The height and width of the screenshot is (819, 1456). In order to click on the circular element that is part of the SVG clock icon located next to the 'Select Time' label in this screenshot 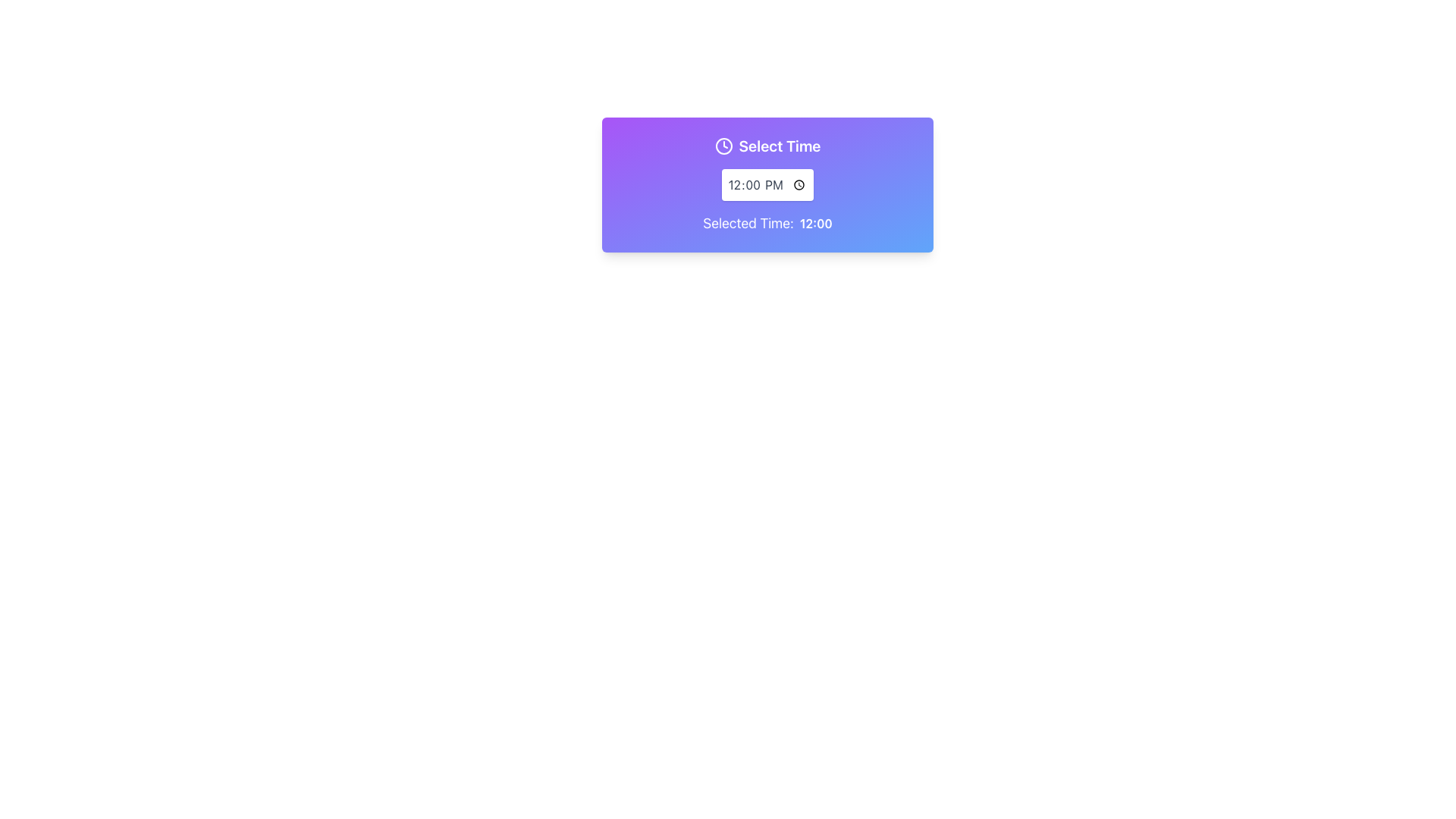, I will do `click(723, 146)`.